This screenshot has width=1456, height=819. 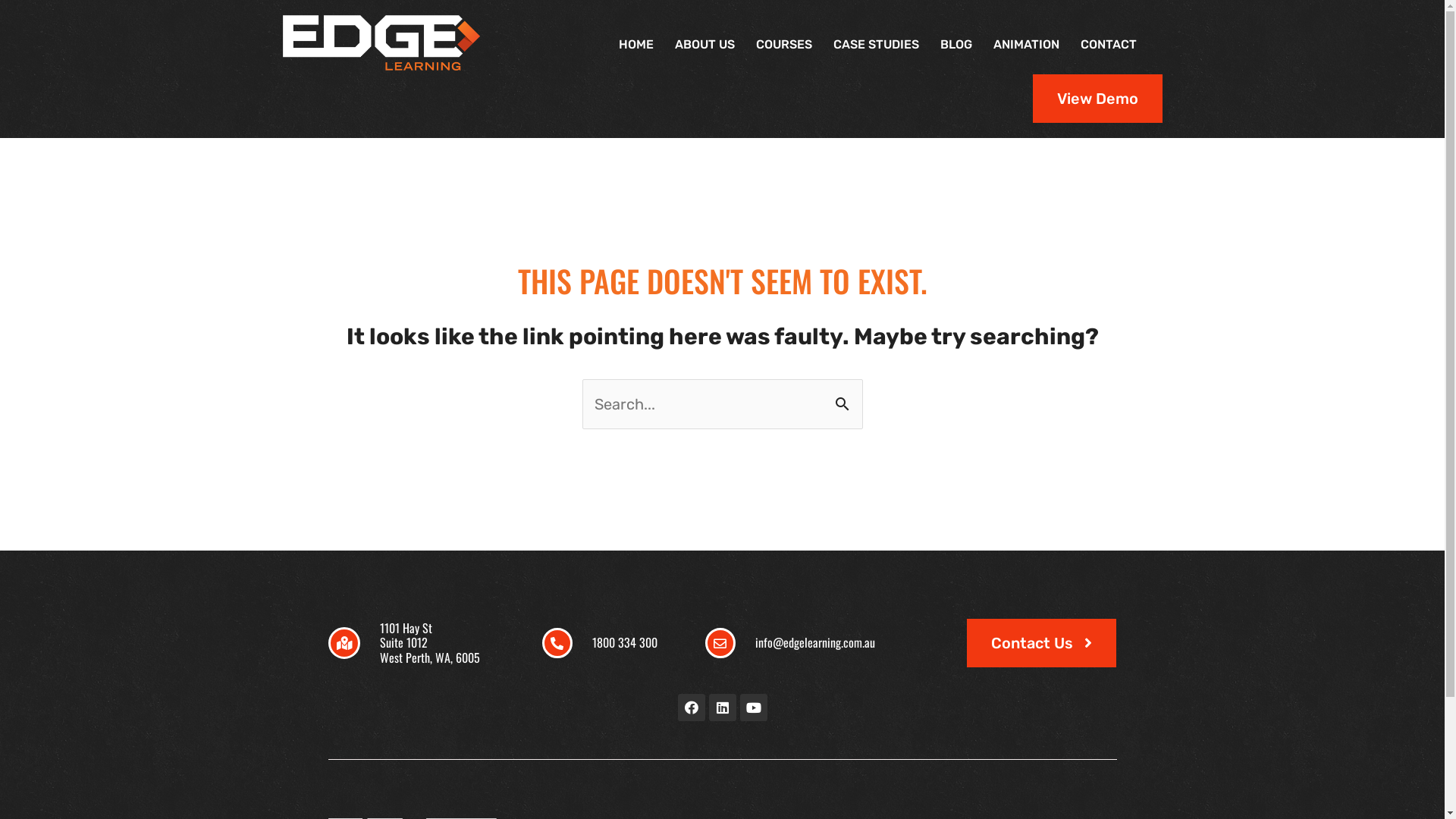 I want to click on 'Contact Us', so click(x=1040, y=643).